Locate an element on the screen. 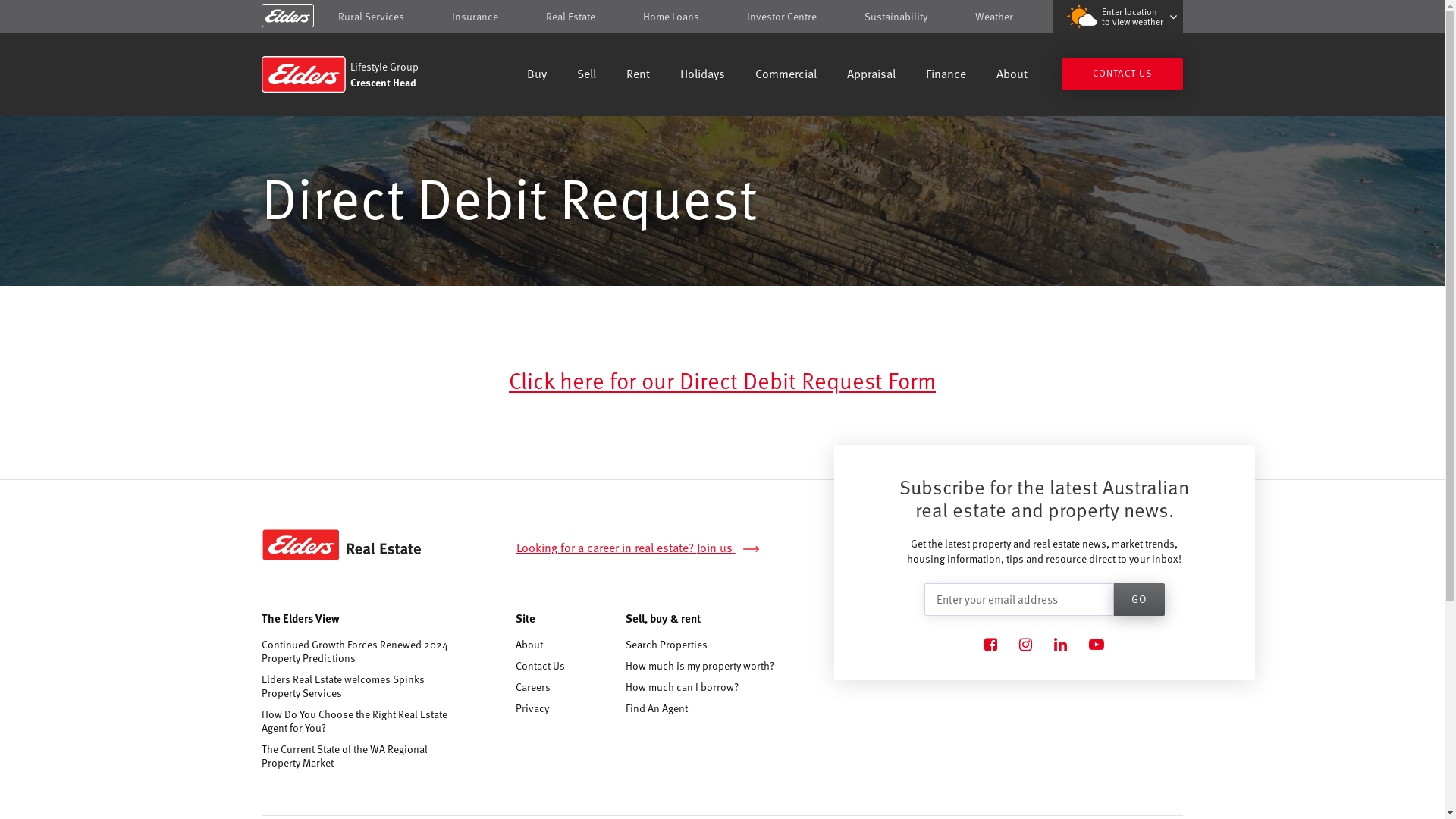 Image resolution: width=1456 pixels, height=819 pixels. 'Continued Growth Forces Renewed 2024 Property Predictions' is located at coordinates (357, 651).